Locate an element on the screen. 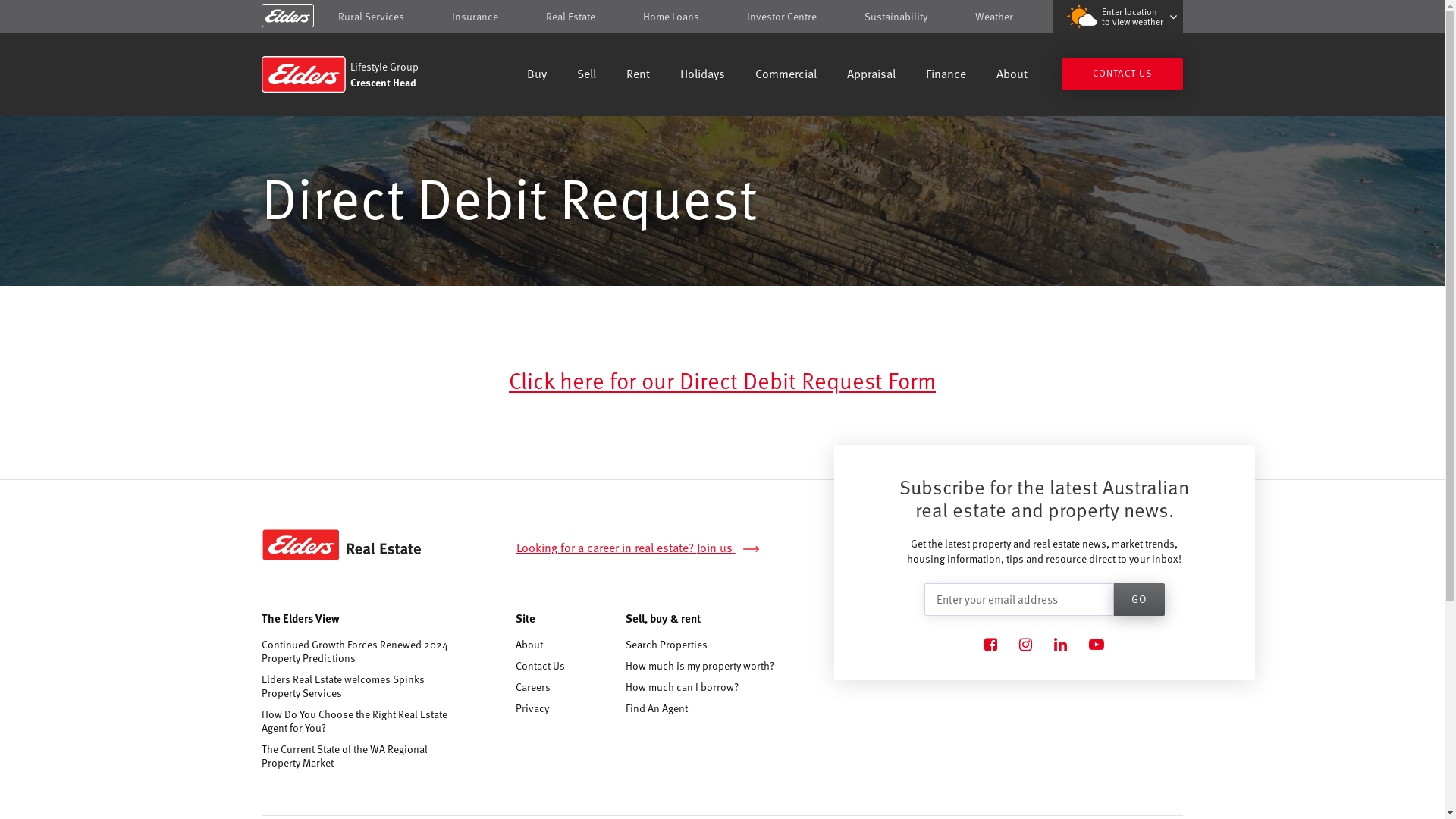 Image resolution: width=1456 pixels, height=819 pixels. 'Continued Growth Forces Renewed 2024 Property Predictions' is located at coordinates (357, 651).